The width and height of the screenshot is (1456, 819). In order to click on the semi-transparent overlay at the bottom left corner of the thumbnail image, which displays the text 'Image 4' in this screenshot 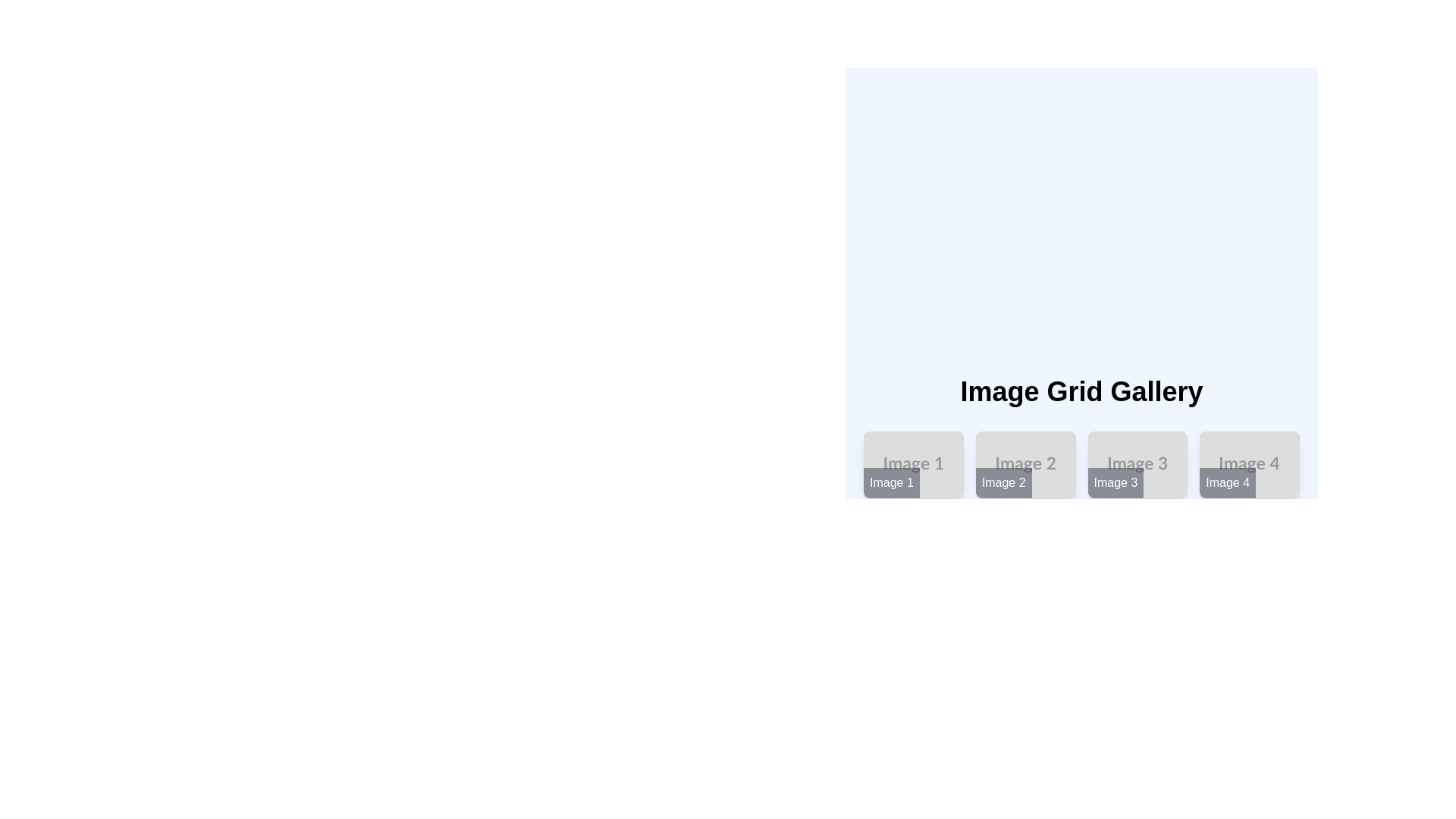, I will do `click(1228, 482)`.